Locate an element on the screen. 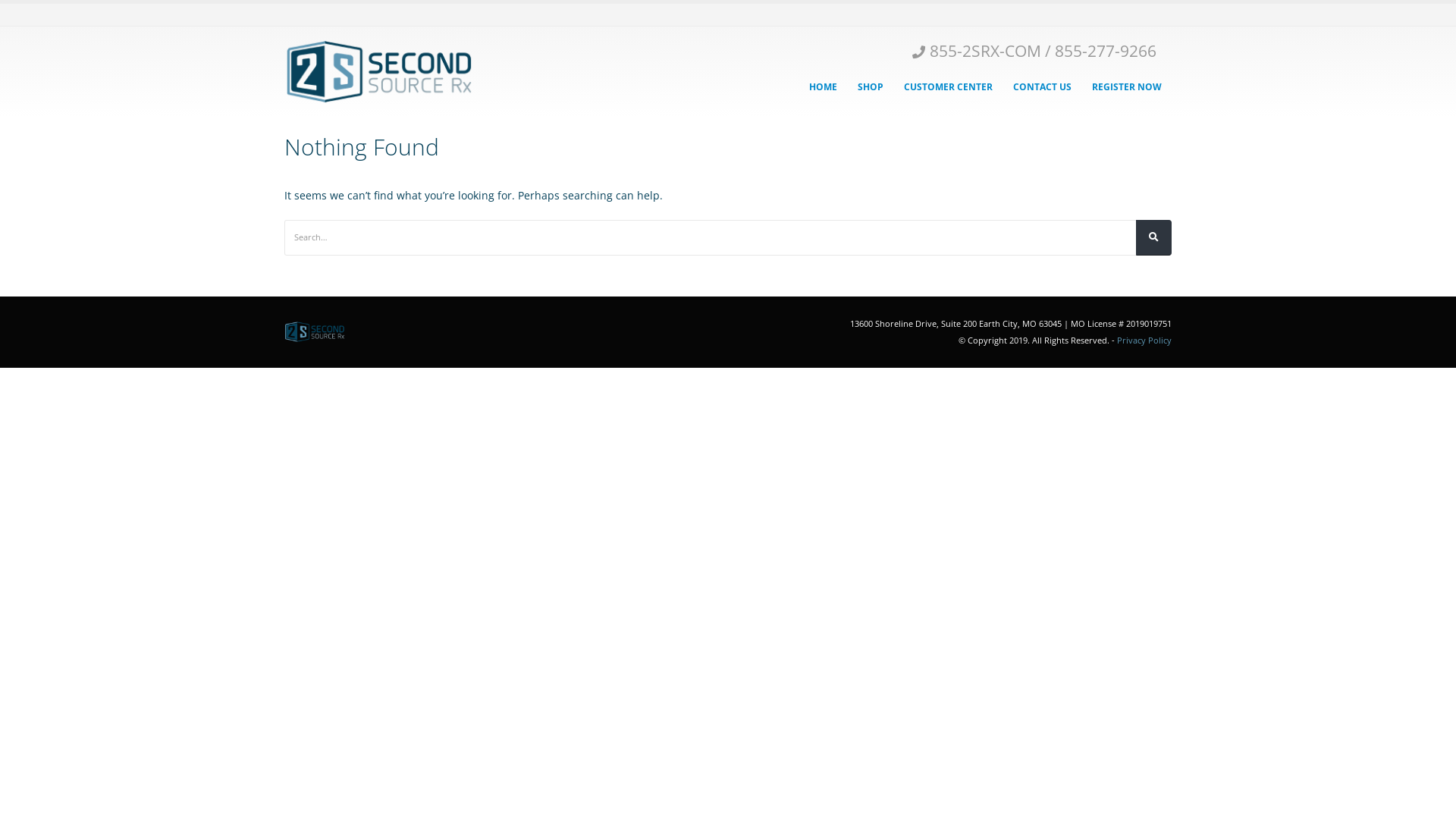  'CONTACT US' is located at coordinates (1041, 86).